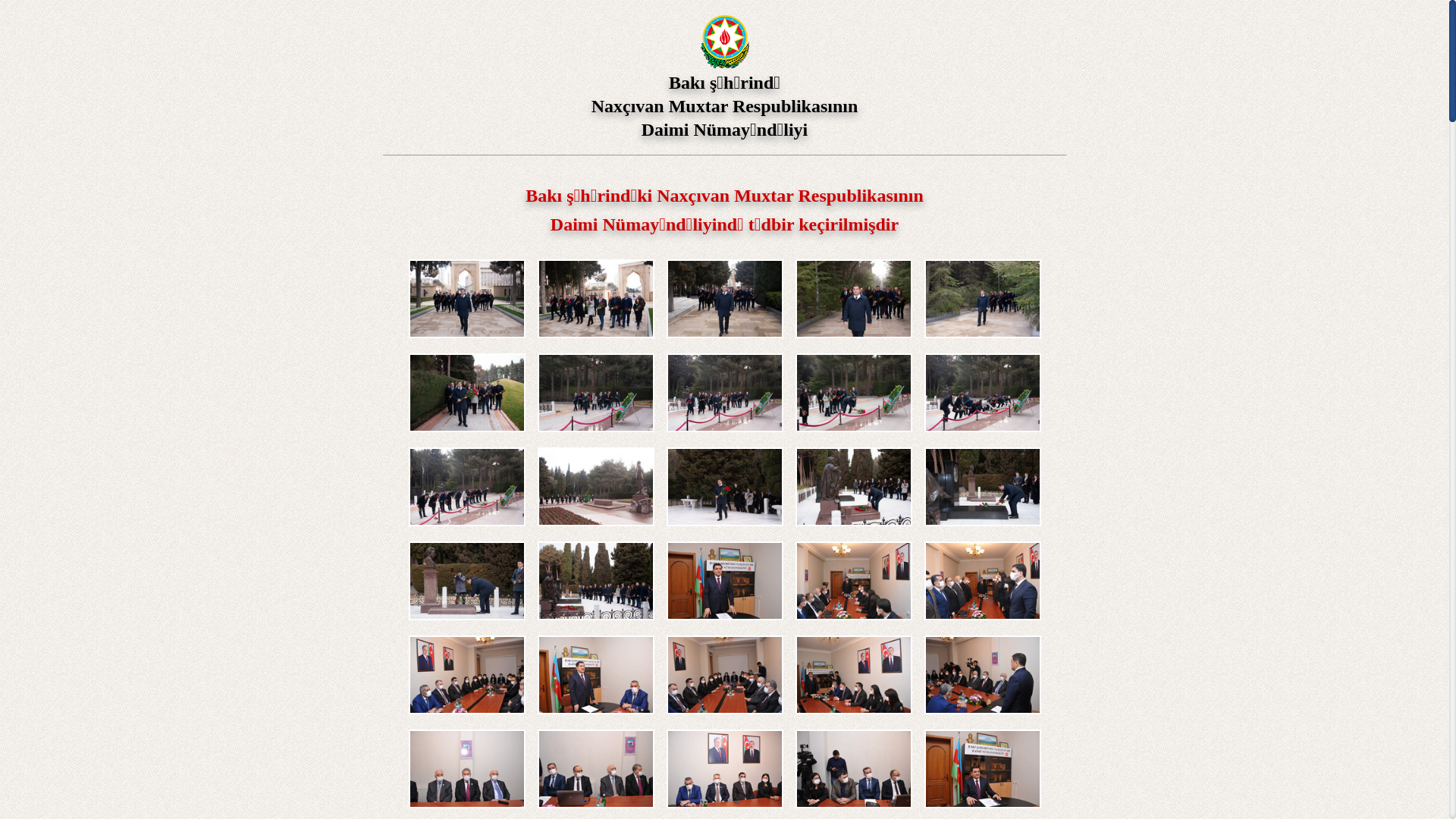  I want to click on 'Click to enlarge', so click(852, 580).